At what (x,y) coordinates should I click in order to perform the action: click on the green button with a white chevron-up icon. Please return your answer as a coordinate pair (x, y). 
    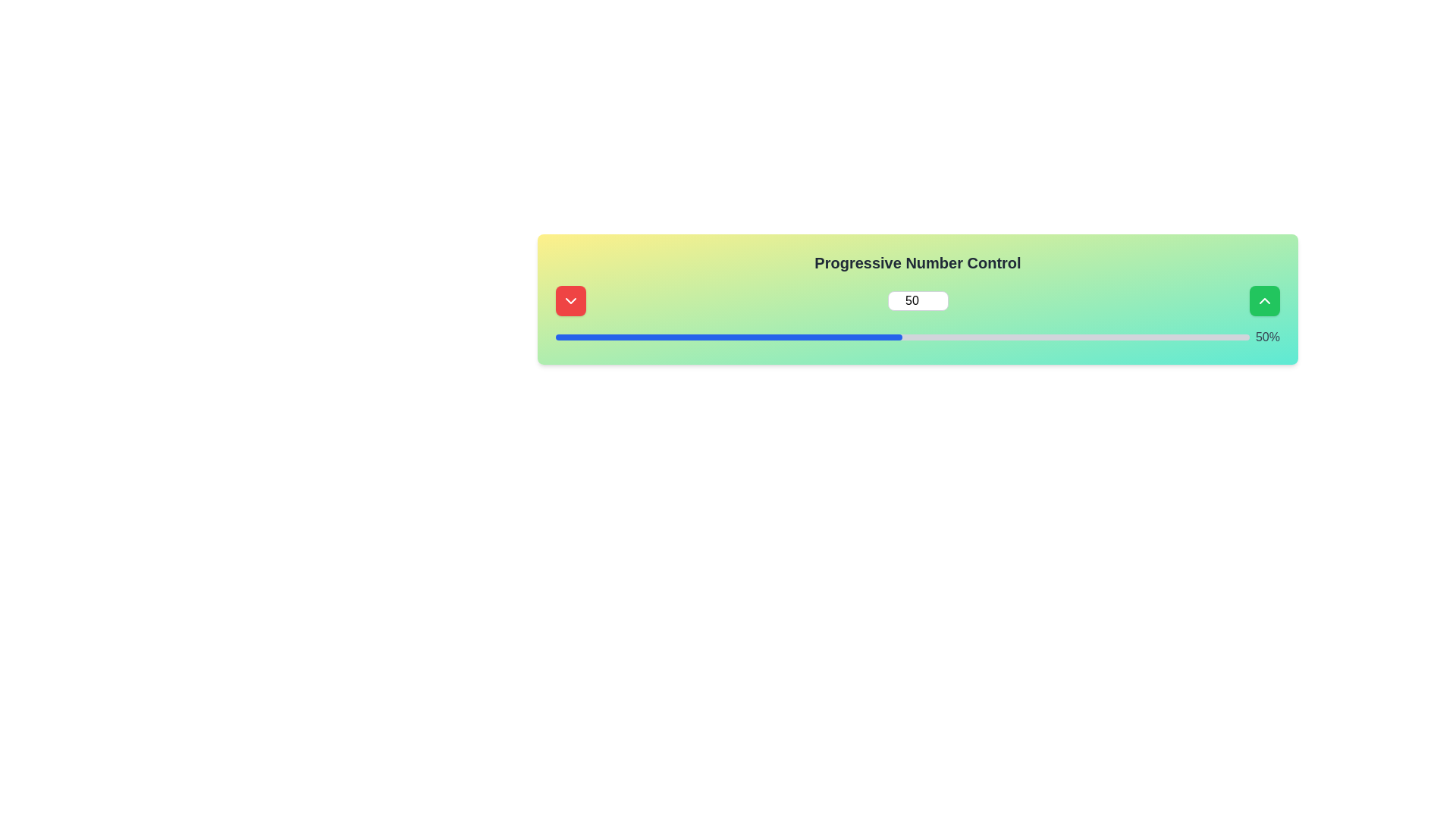
    Looking at the image, I should click on (1265, 301).